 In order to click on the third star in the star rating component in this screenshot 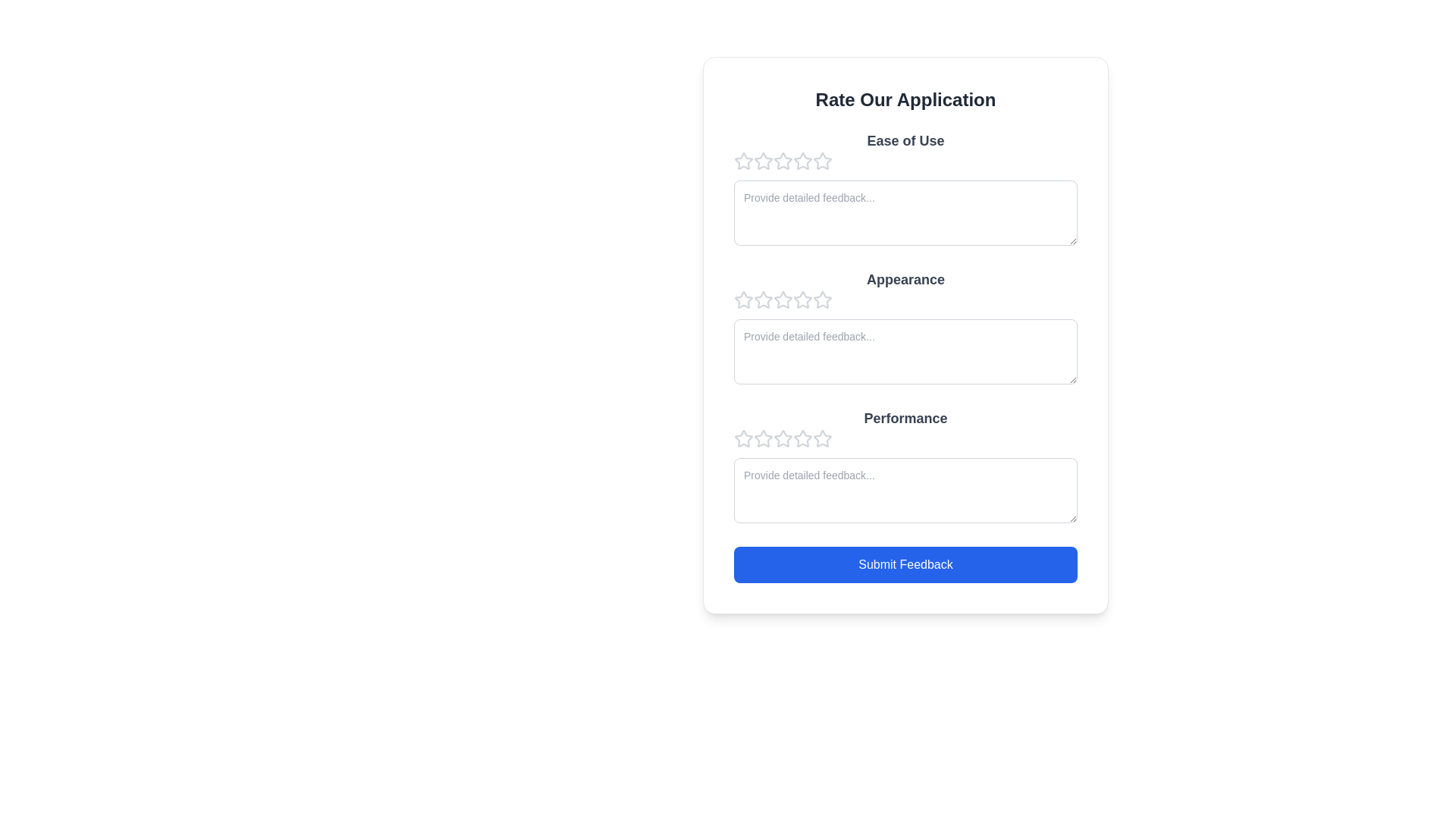, I will do `click(821, 438)`.